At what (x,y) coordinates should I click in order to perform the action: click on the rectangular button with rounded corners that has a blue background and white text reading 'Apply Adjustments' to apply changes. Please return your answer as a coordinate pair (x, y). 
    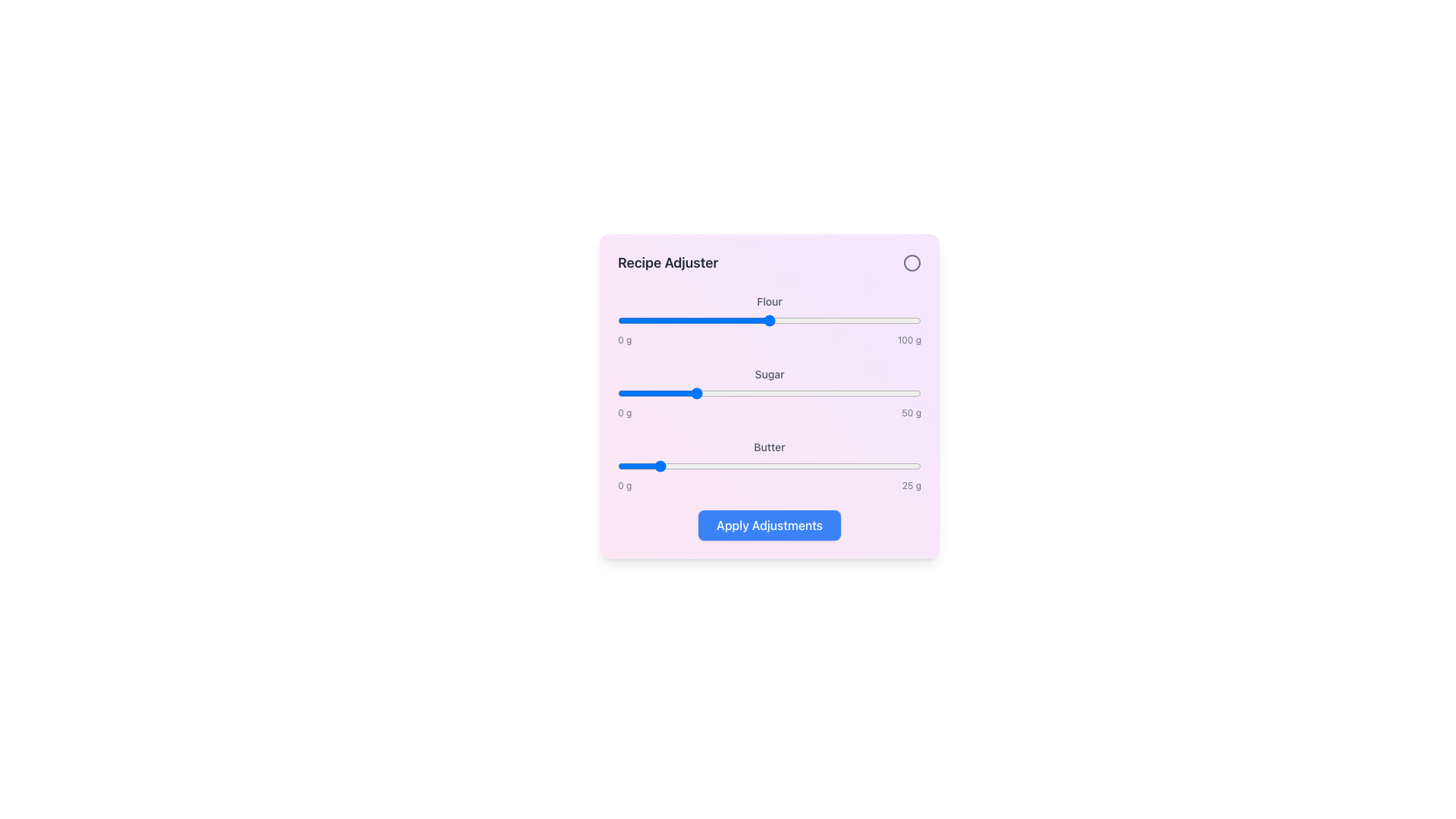
    Looking at the image, I should click on (769, 525).